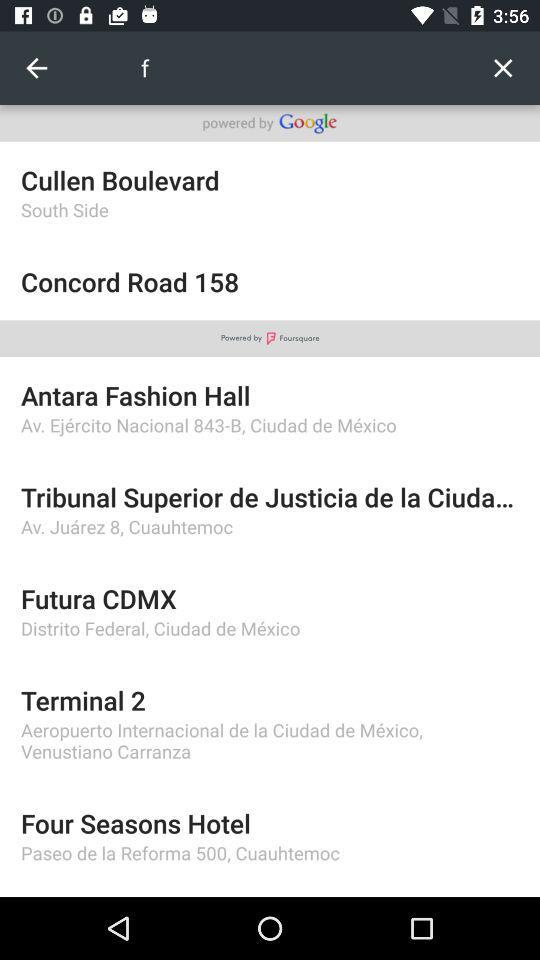  I want to click on distrito federal ciudad item, so click(270, 627).